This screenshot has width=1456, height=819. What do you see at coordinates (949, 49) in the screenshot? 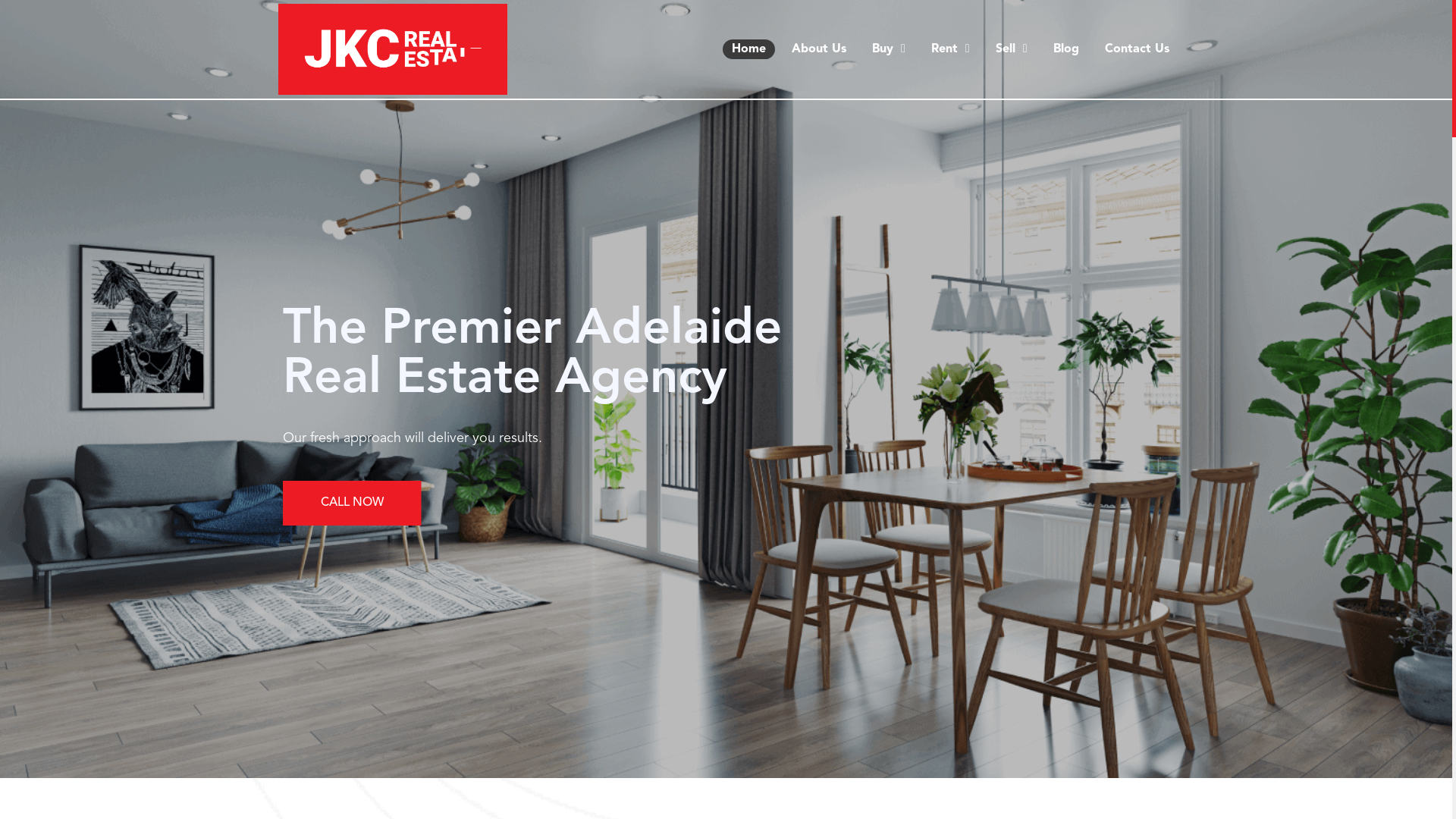
I see `'Rent'` at bounding box center [949, 49].